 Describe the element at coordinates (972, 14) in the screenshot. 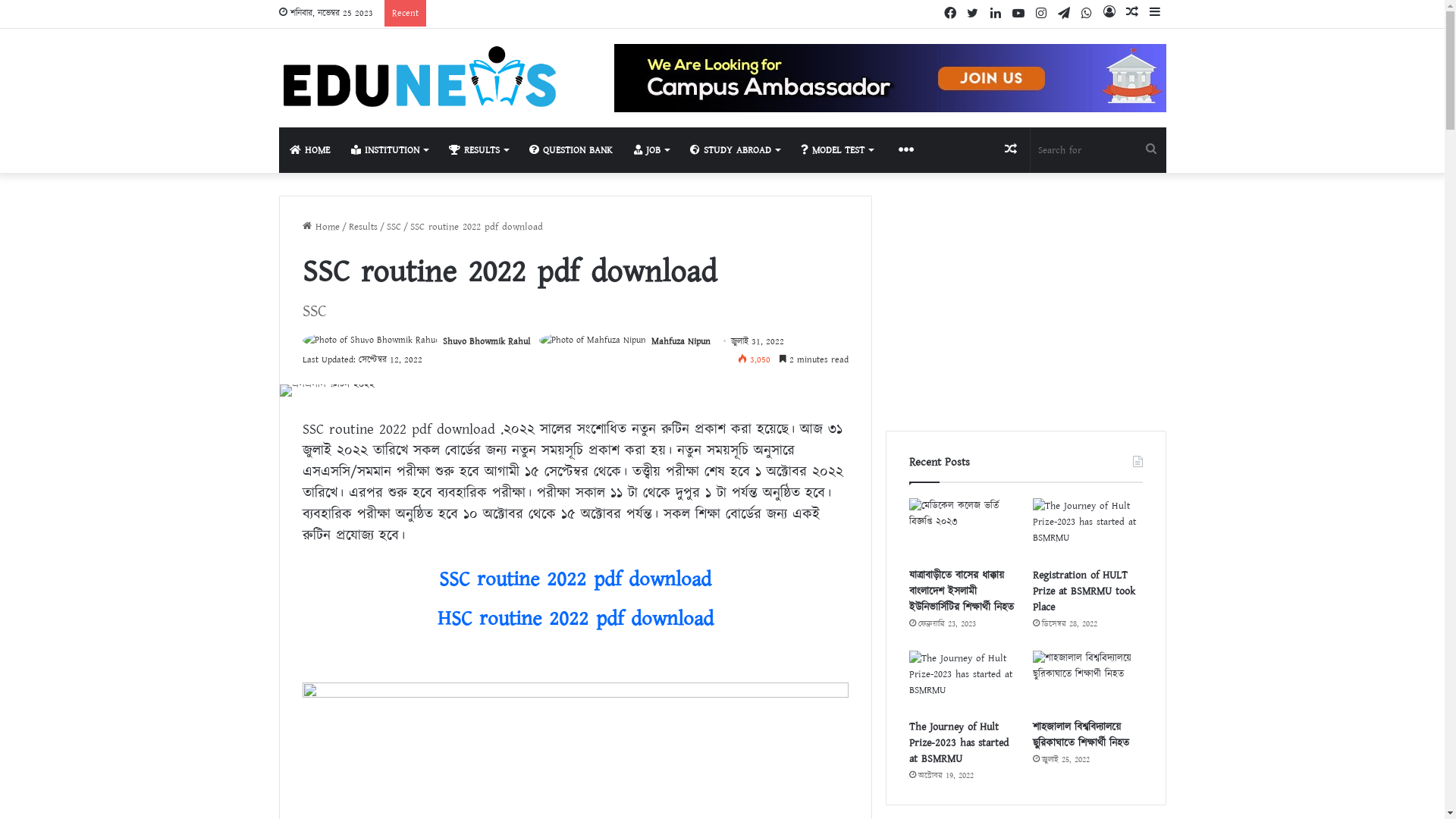

I see `'Twitter'` at that location.